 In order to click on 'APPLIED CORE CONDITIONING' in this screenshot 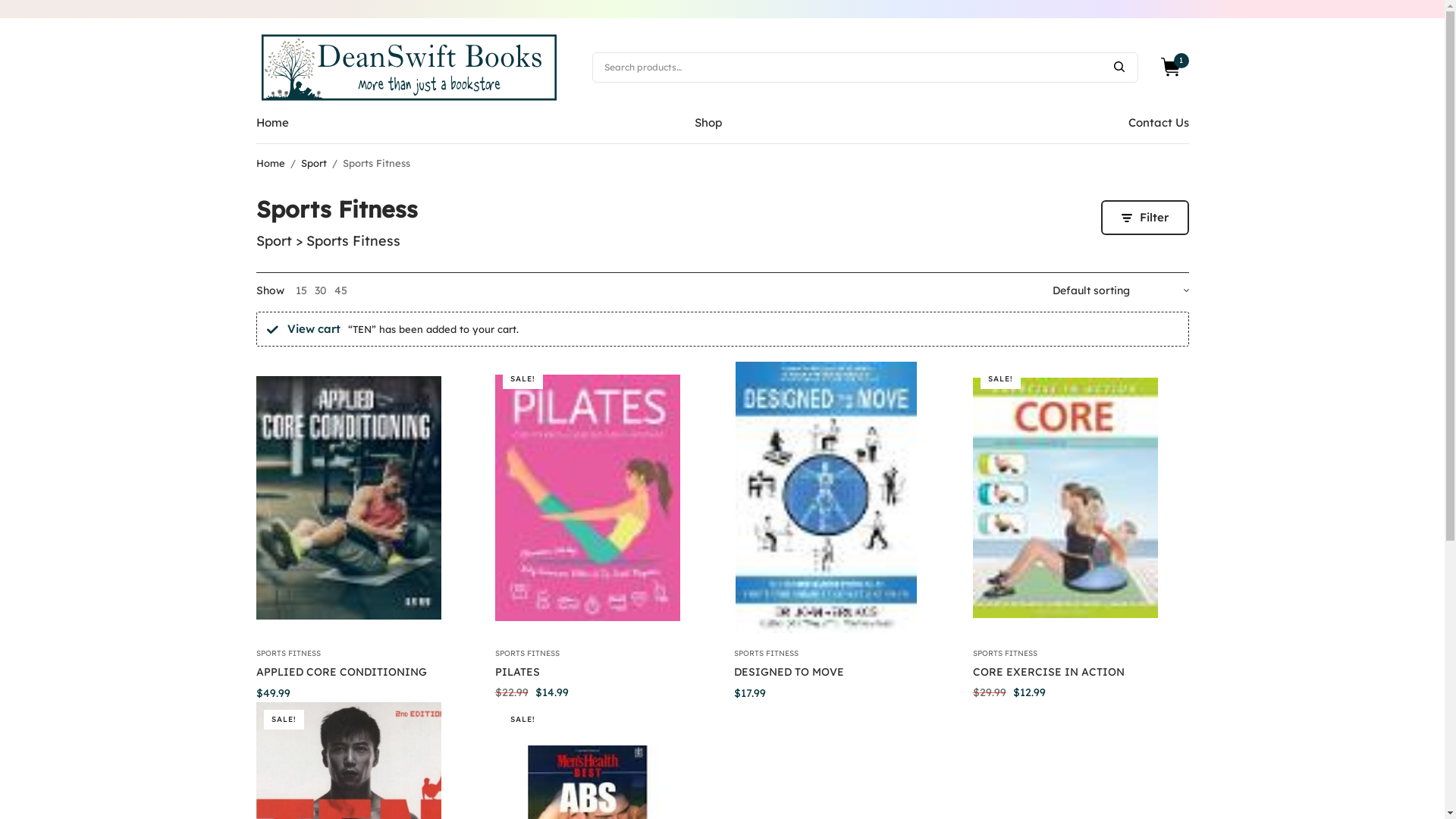, I will do `click(340, 671)`.